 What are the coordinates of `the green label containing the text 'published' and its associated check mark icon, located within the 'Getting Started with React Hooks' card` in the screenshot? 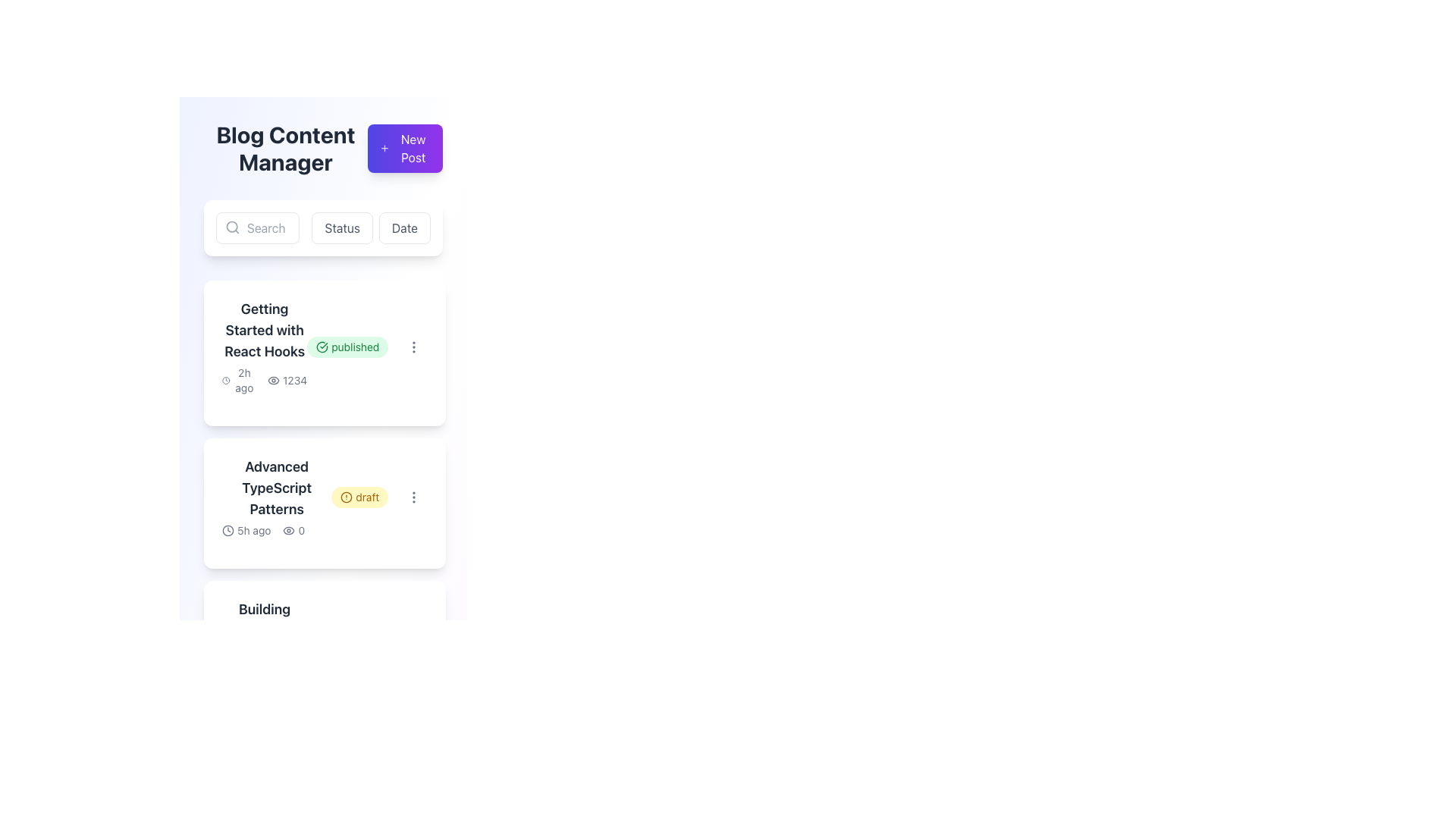 It's located at (367, 347).